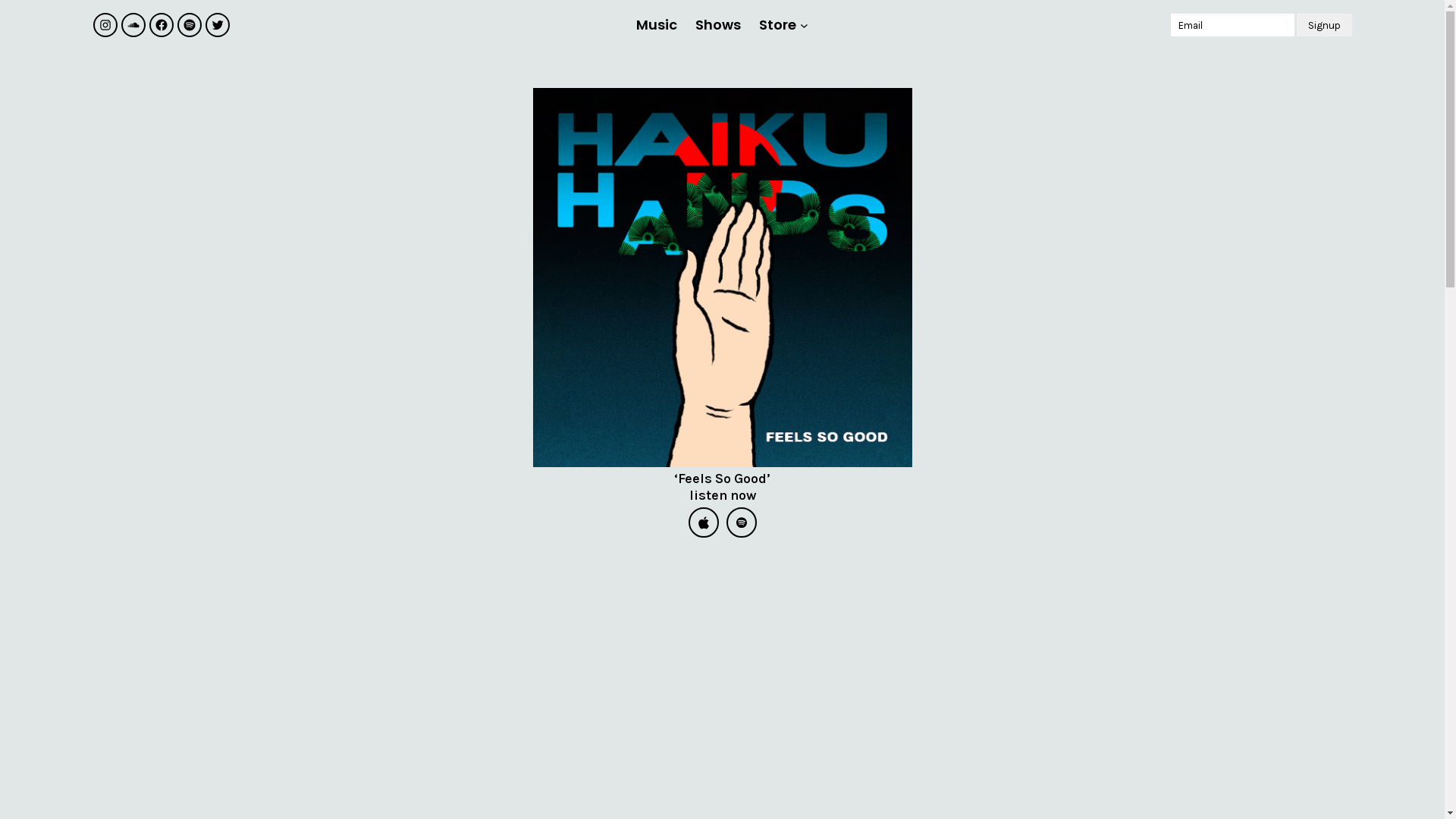  I want to click on 'Signup', so click(1323, 25).